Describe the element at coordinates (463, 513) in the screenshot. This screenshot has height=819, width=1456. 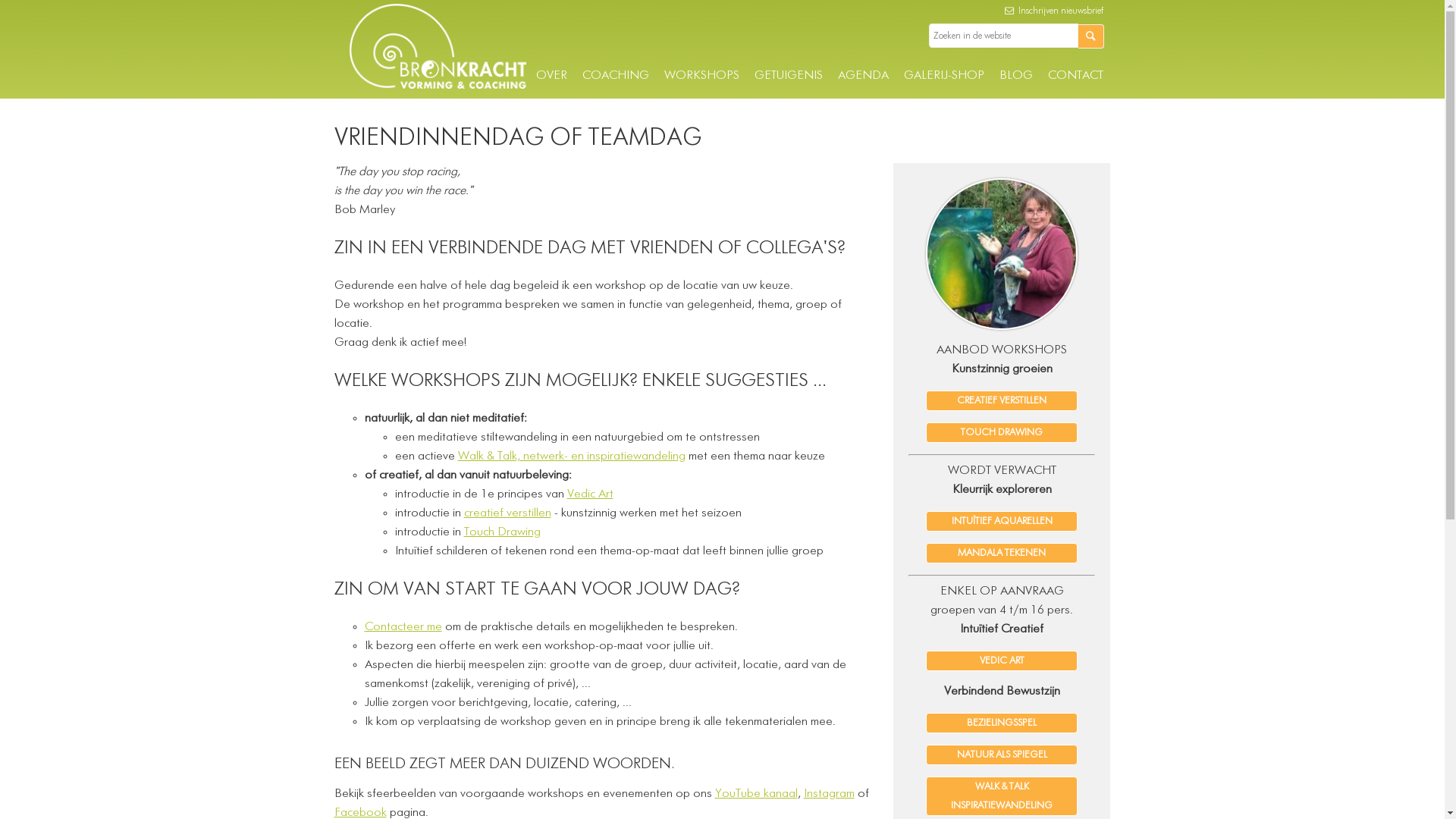
I see `'creatief verstillen'` at that location.